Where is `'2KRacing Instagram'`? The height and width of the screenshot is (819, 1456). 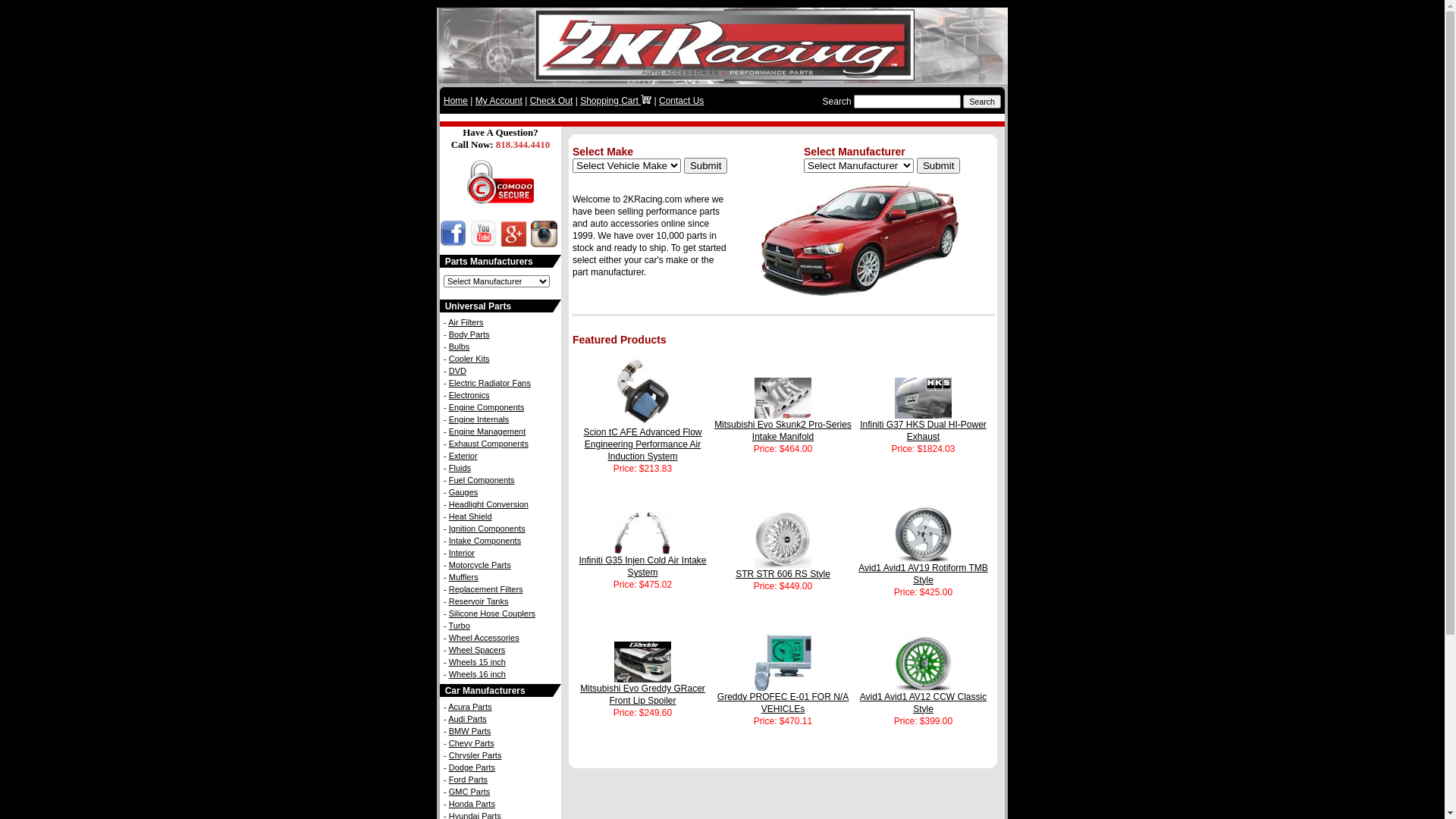 '2KRacing Instagram' is located at coordinates (542, 242).